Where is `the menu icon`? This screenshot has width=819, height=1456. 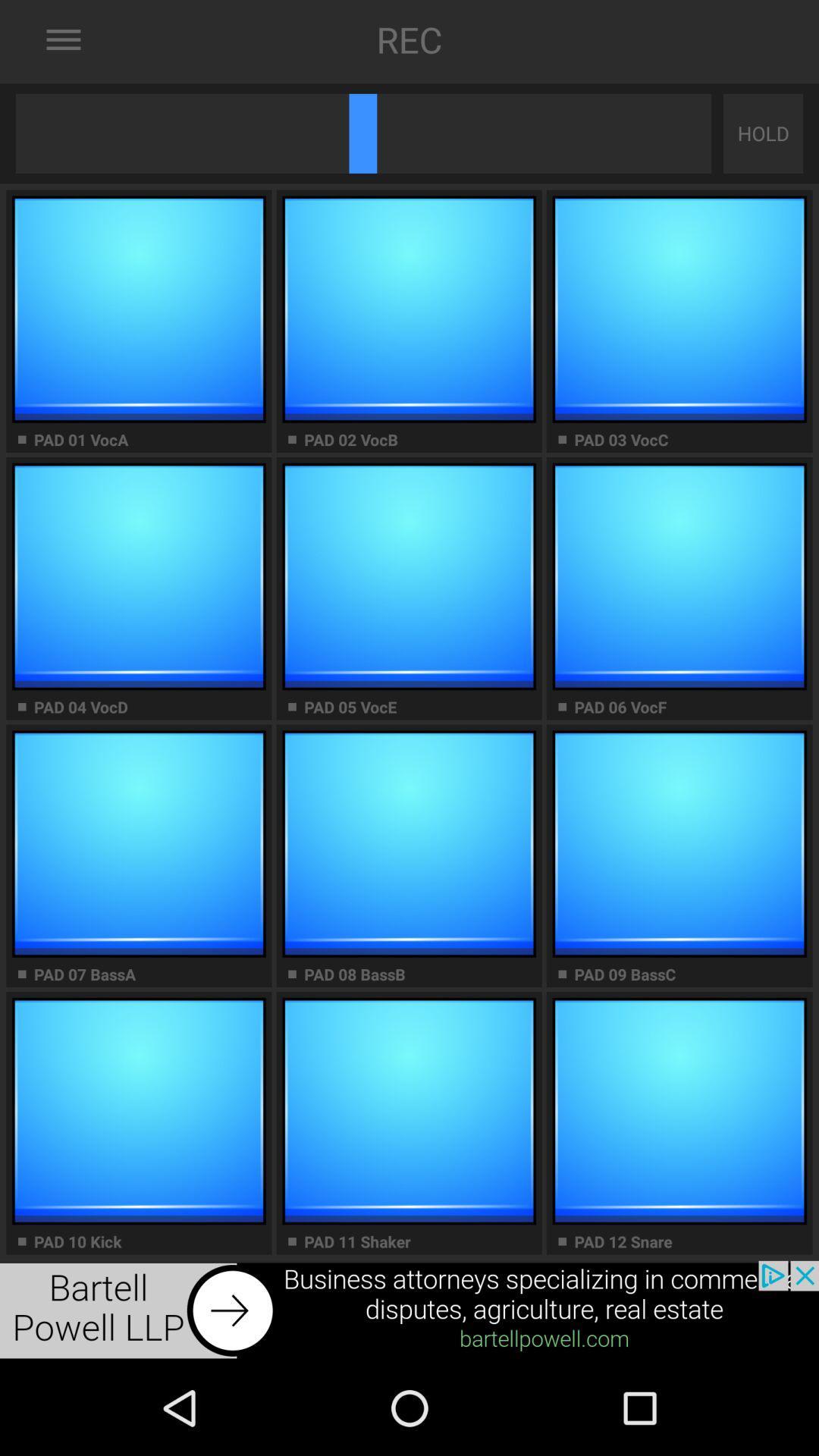 the menu icon is located at coordinates (63, 42).